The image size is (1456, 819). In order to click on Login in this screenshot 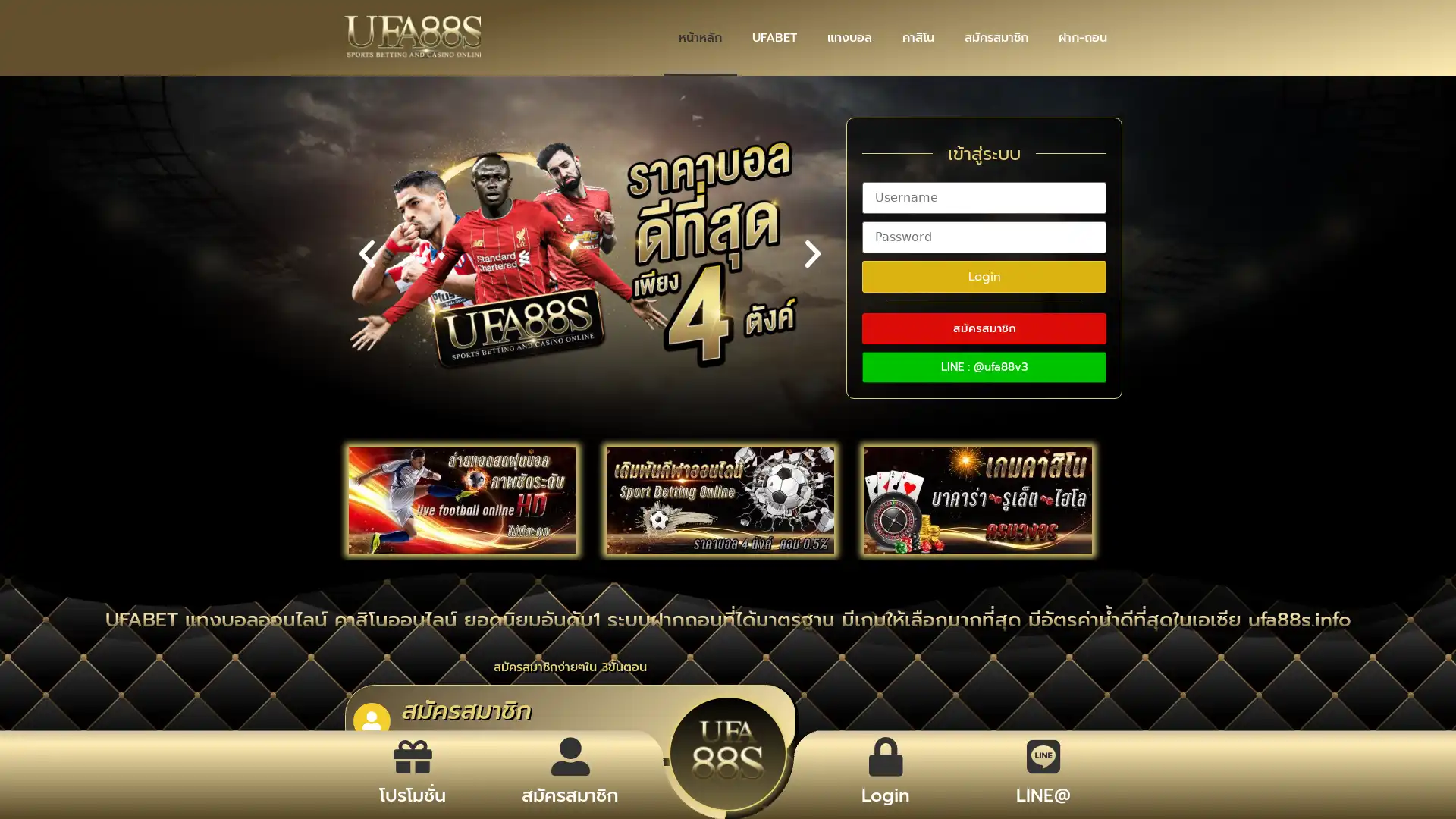, I will do `click(984, 275)`.